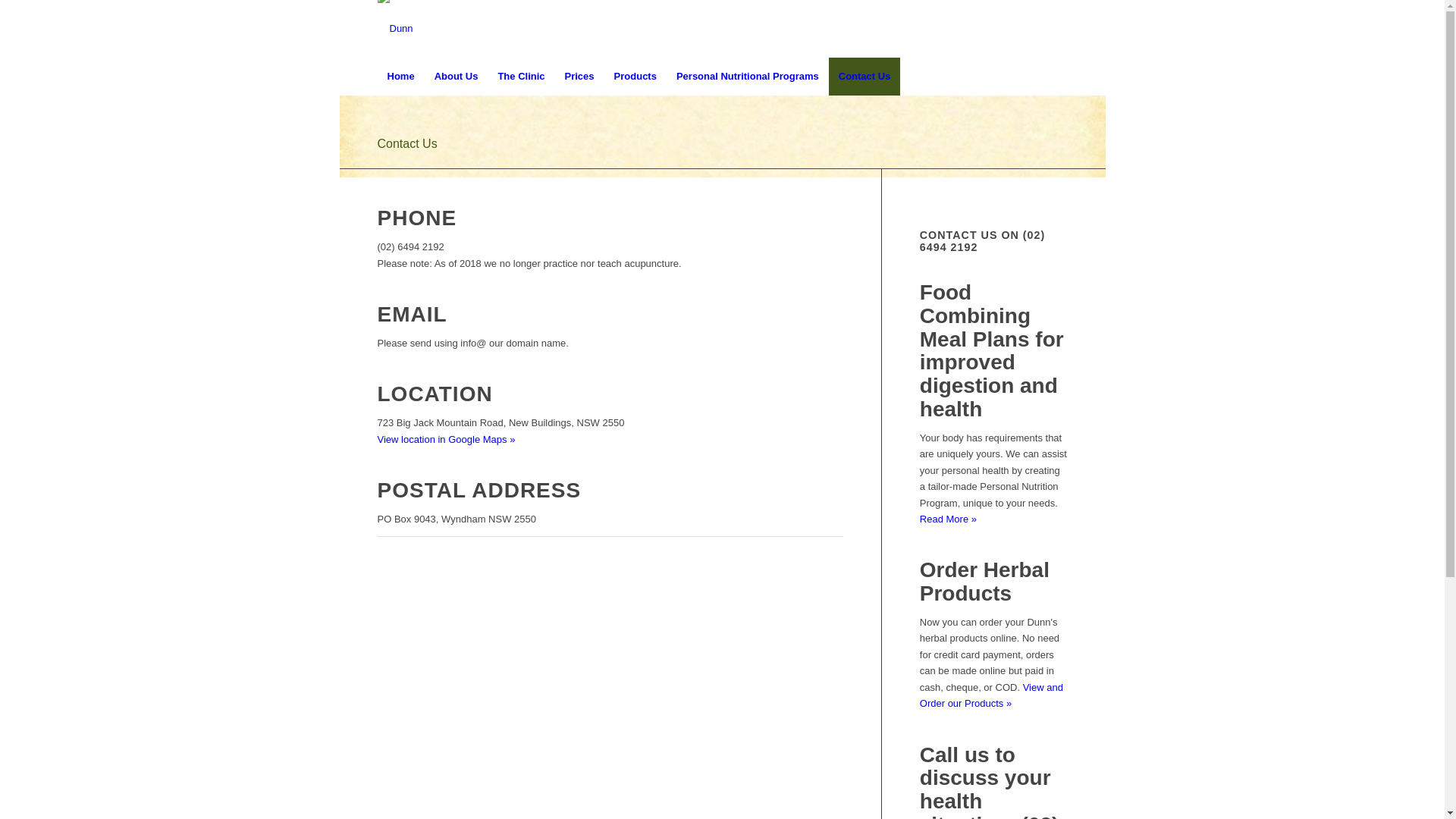 The height and width of the screenshot is (819, 1456). Describe the element at coordinates (455, 76) in the screenshot. I see `'About Us'` at that location.